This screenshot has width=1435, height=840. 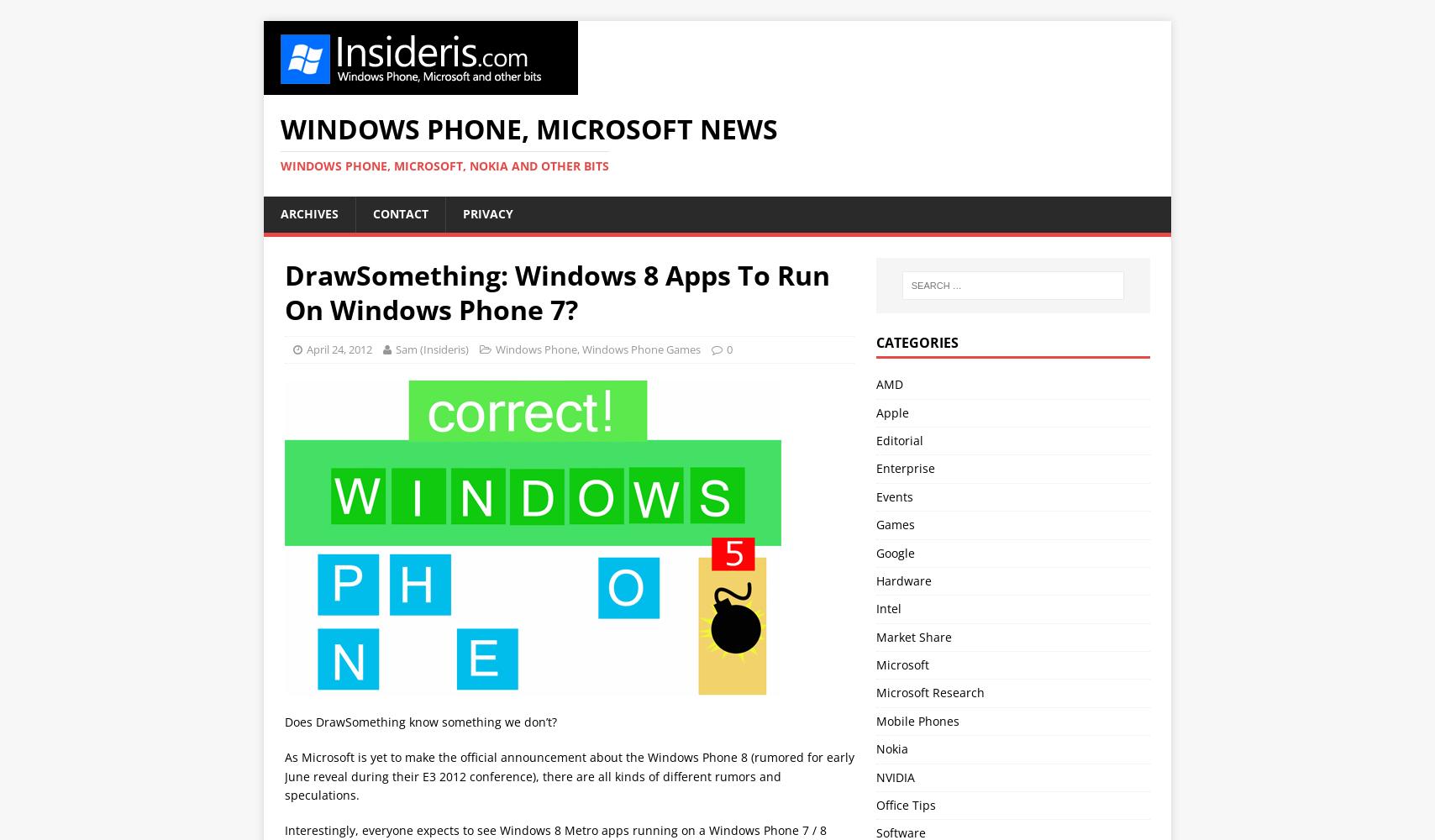 I want to click on 'Microsoft', so click(x=901, y=664).